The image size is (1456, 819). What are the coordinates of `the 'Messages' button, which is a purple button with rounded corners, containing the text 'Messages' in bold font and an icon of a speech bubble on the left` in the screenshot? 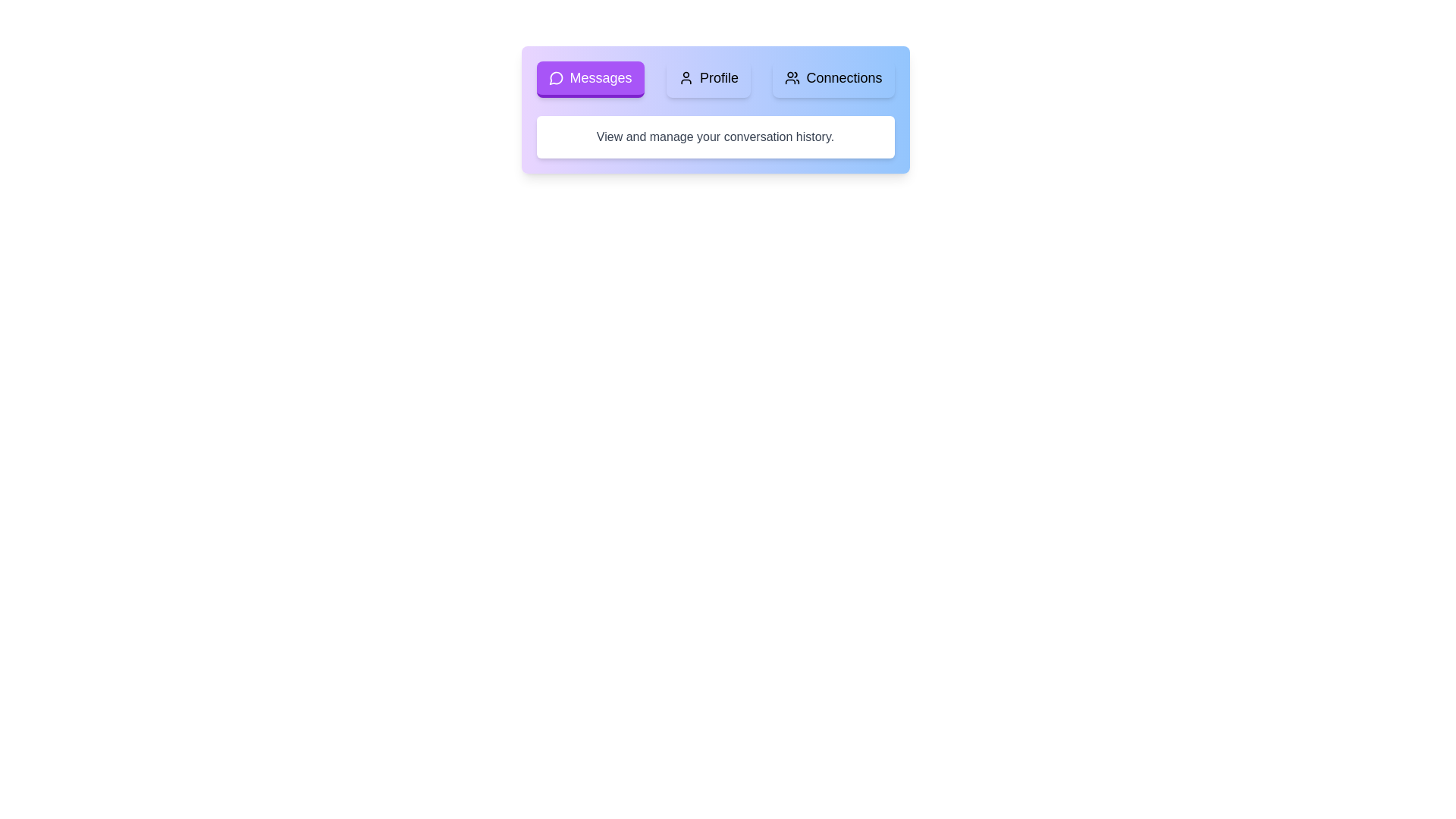 It's located at (600, 78).